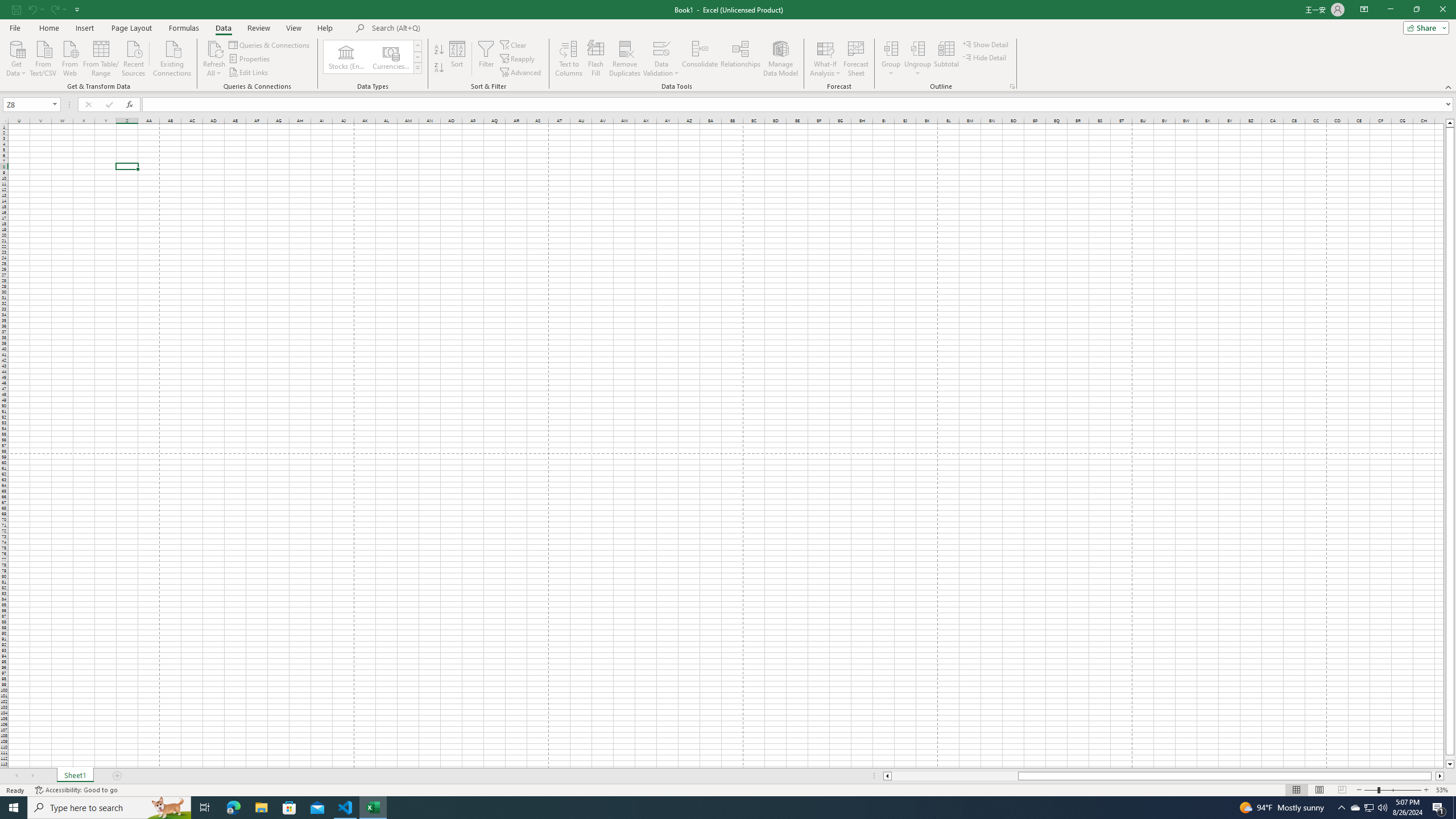 Image resolution: width=1456 pixels, height=819 pixels. I want to click on 'Microsoft search', so click(450, 28).